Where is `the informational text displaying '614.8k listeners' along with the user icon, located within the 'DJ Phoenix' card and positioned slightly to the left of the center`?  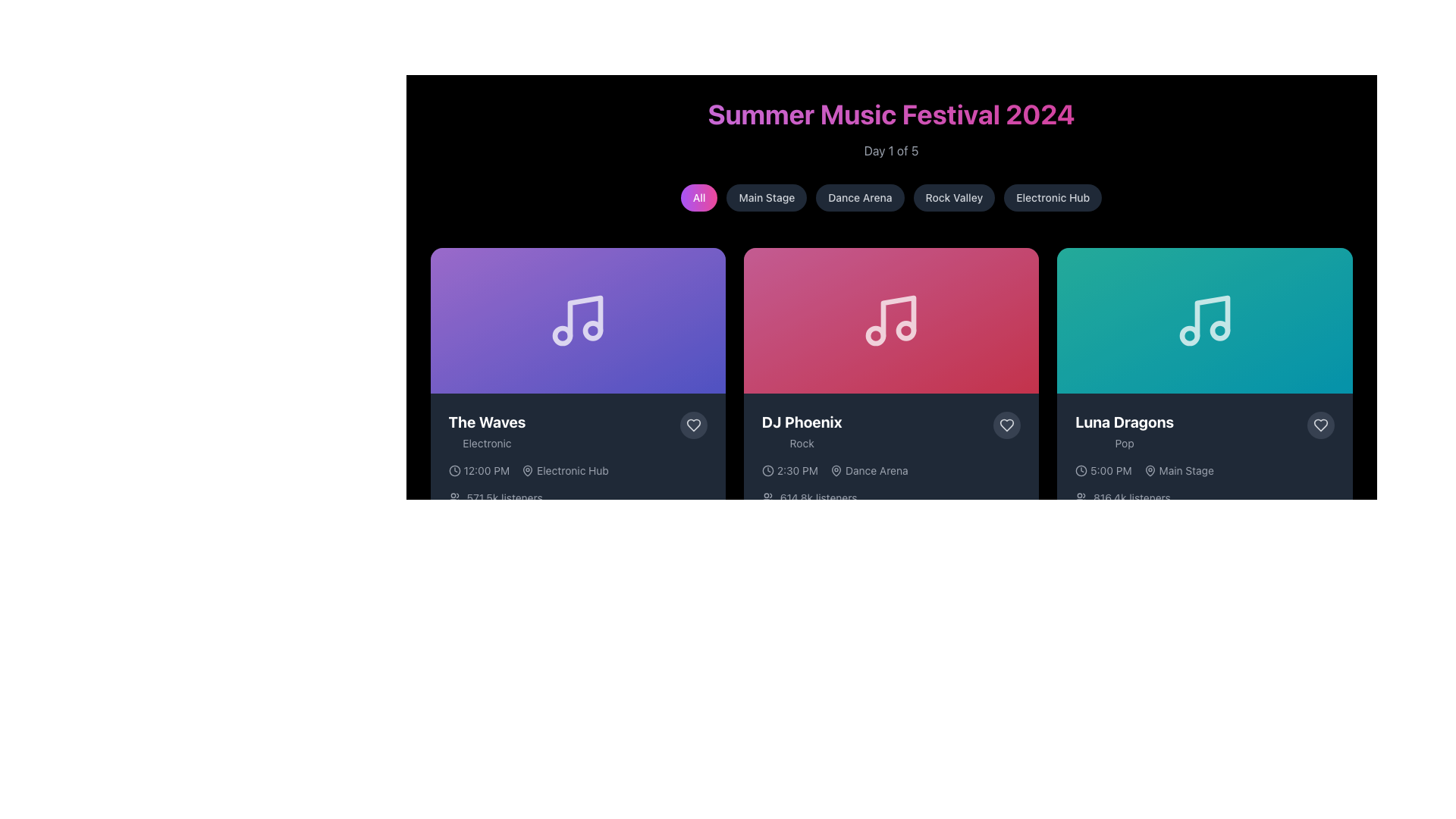
the informational text displaying '614.8k listeners' along with the user icon, located within the 'DJ Phoenix' card and positioned slightly to the left of the center is located at coordinates (891, 497).